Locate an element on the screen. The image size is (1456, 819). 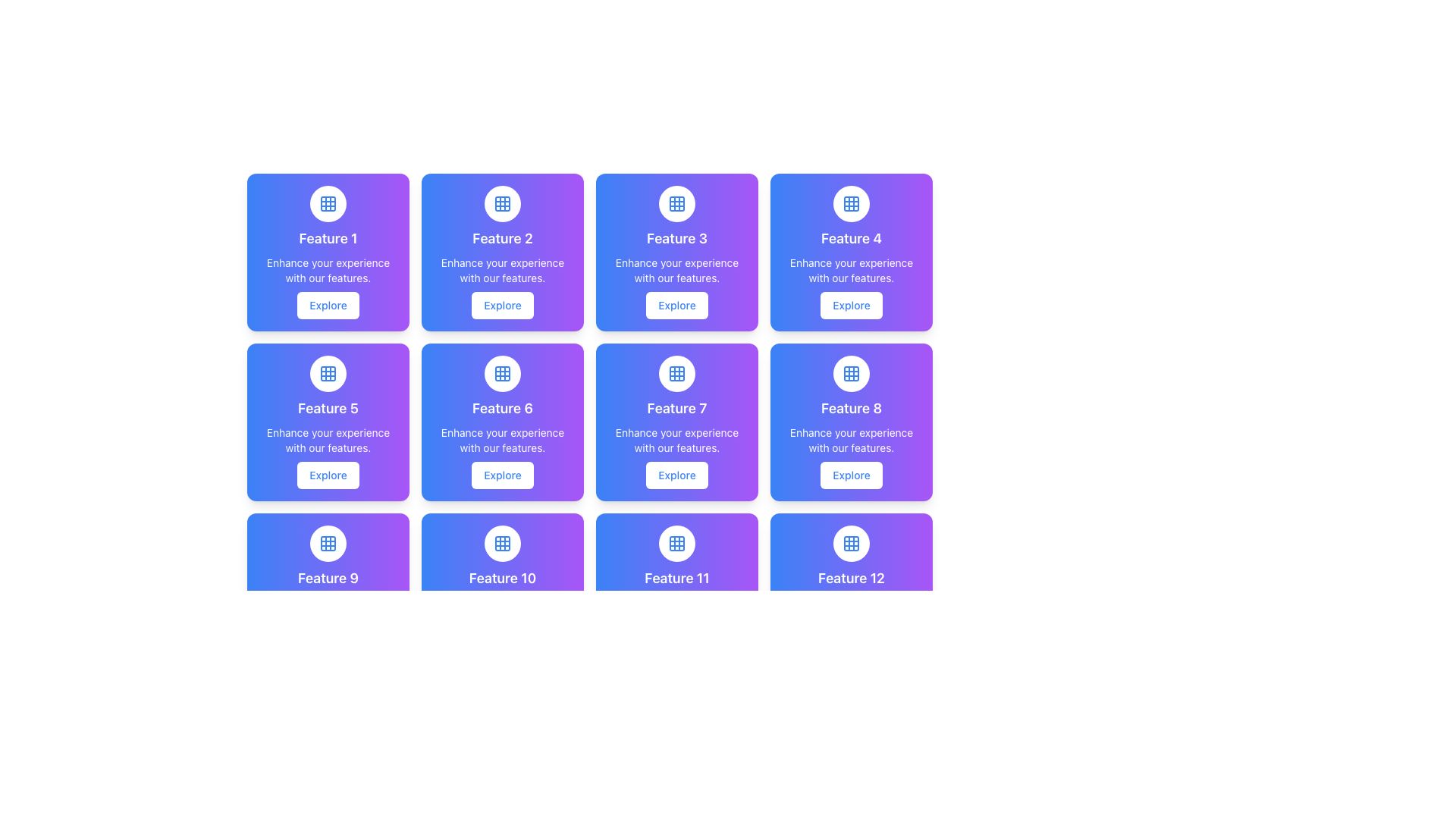
the icon representing a grid or set of features located within the fourth card in the top row of the grid layout is located at coordinates (852, 203).